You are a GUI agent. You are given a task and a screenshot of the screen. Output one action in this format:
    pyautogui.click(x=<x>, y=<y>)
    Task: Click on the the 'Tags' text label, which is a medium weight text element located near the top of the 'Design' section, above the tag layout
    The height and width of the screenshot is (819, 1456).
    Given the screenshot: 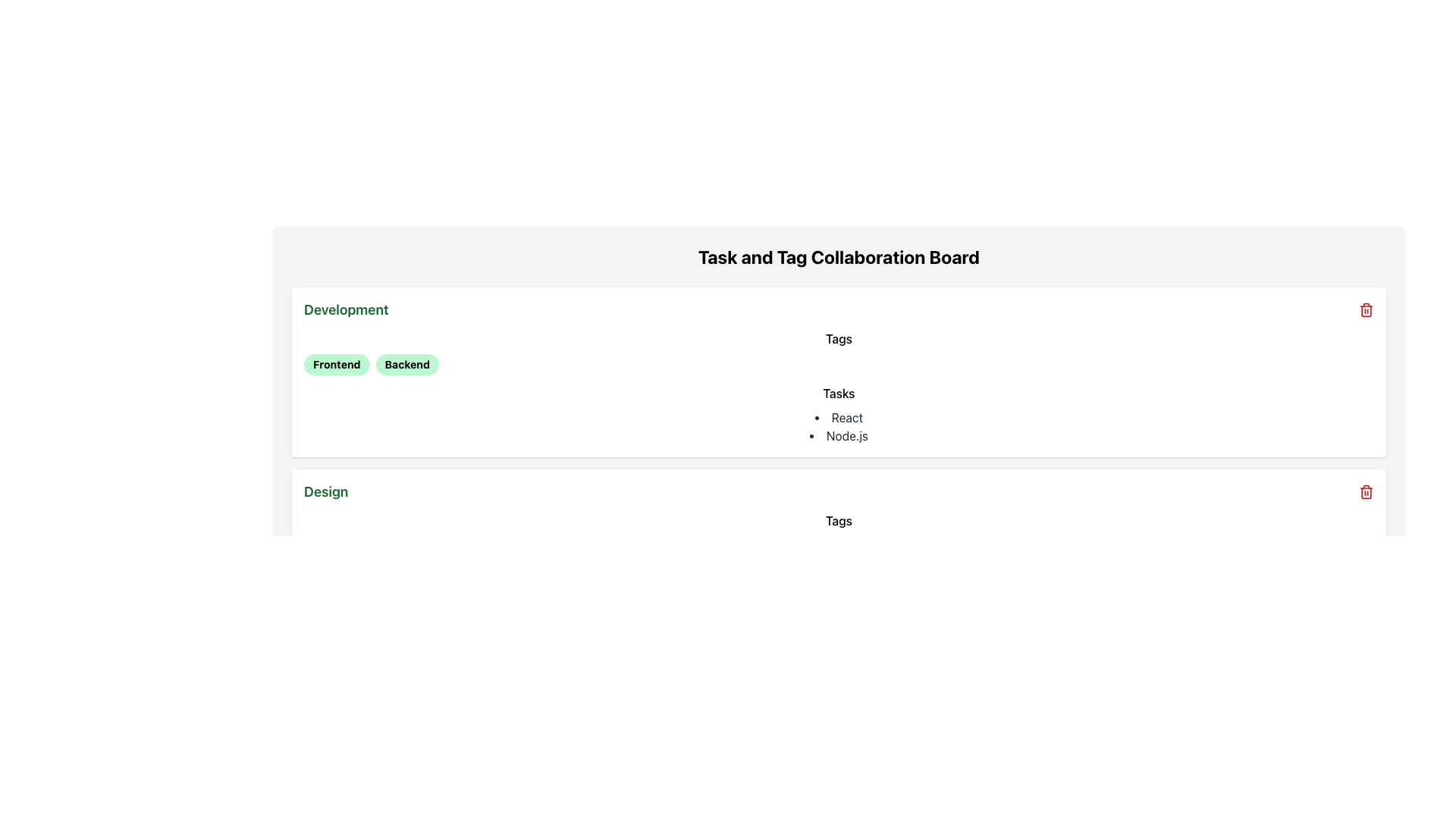 What is the action you would take?
    pyautogui.click(x=838, y=519)
    